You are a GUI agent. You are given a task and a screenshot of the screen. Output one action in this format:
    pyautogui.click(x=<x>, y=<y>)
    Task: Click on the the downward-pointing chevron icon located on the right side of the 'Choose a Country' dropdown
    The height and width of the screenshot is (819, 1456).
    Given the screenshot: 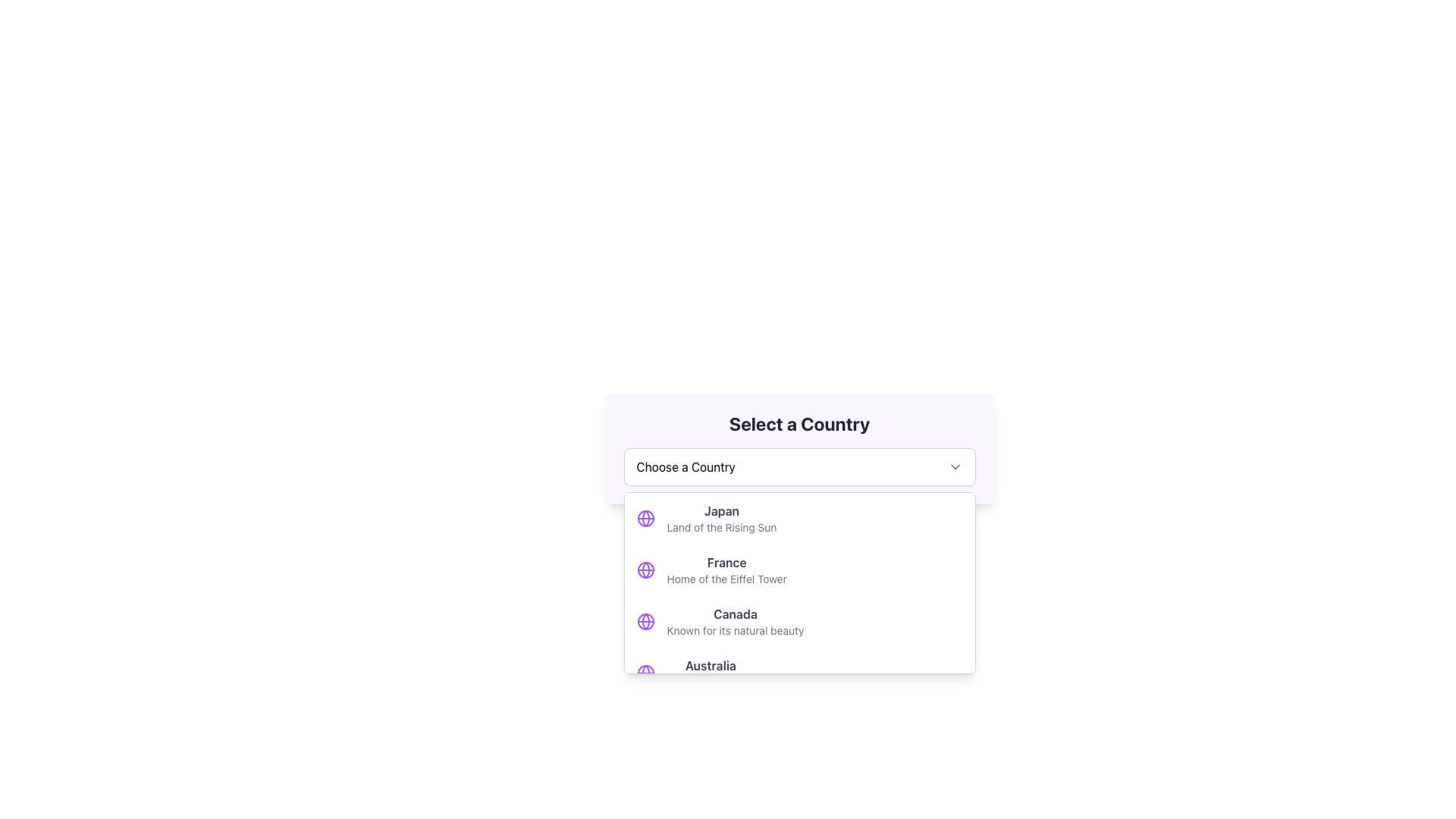 What is the action you would take?
    pyautogui.click(x=954, y=466)
    